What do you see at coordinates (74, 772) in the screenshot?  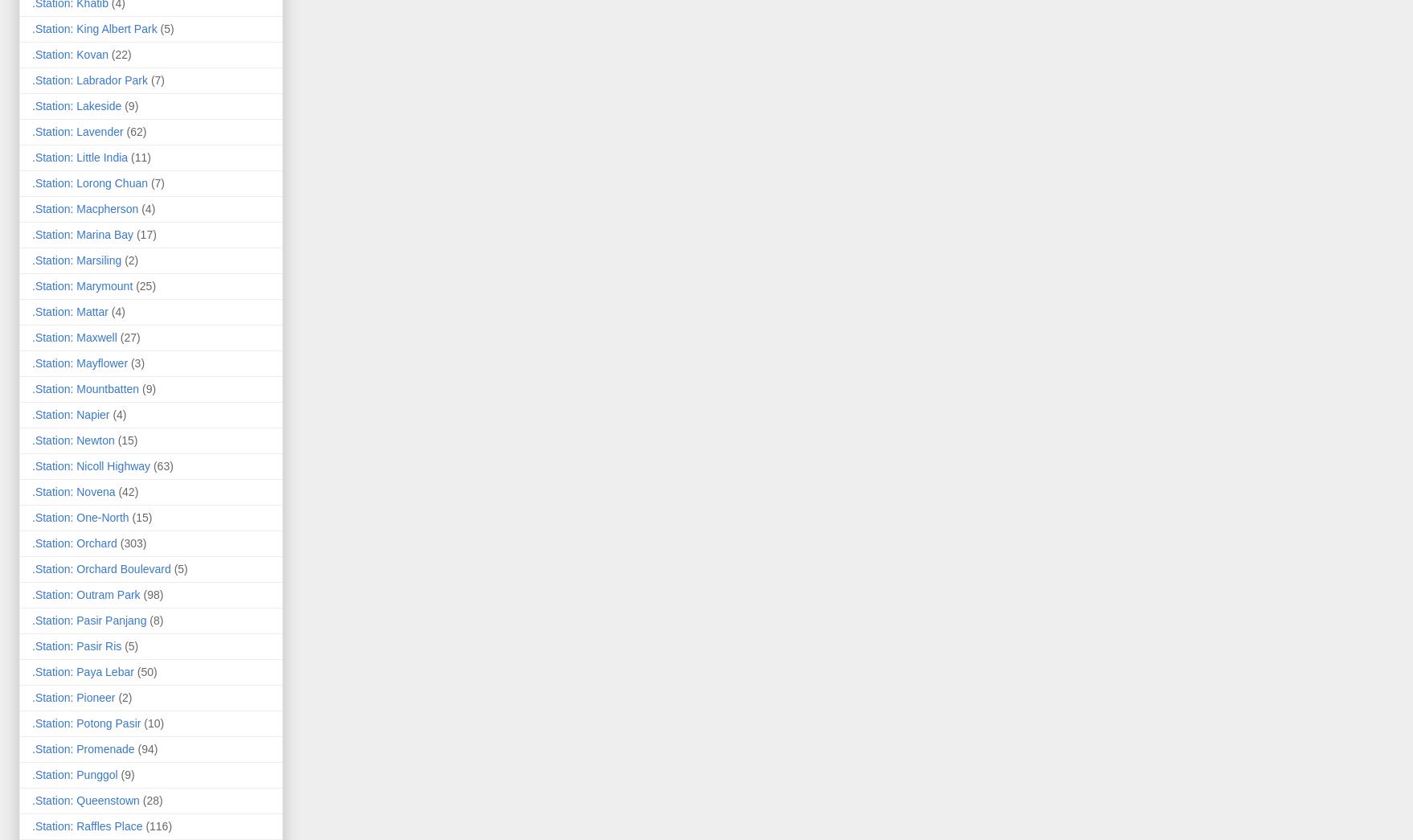 I see `'.Station: Punggol'` at bounding box center [74, 772].